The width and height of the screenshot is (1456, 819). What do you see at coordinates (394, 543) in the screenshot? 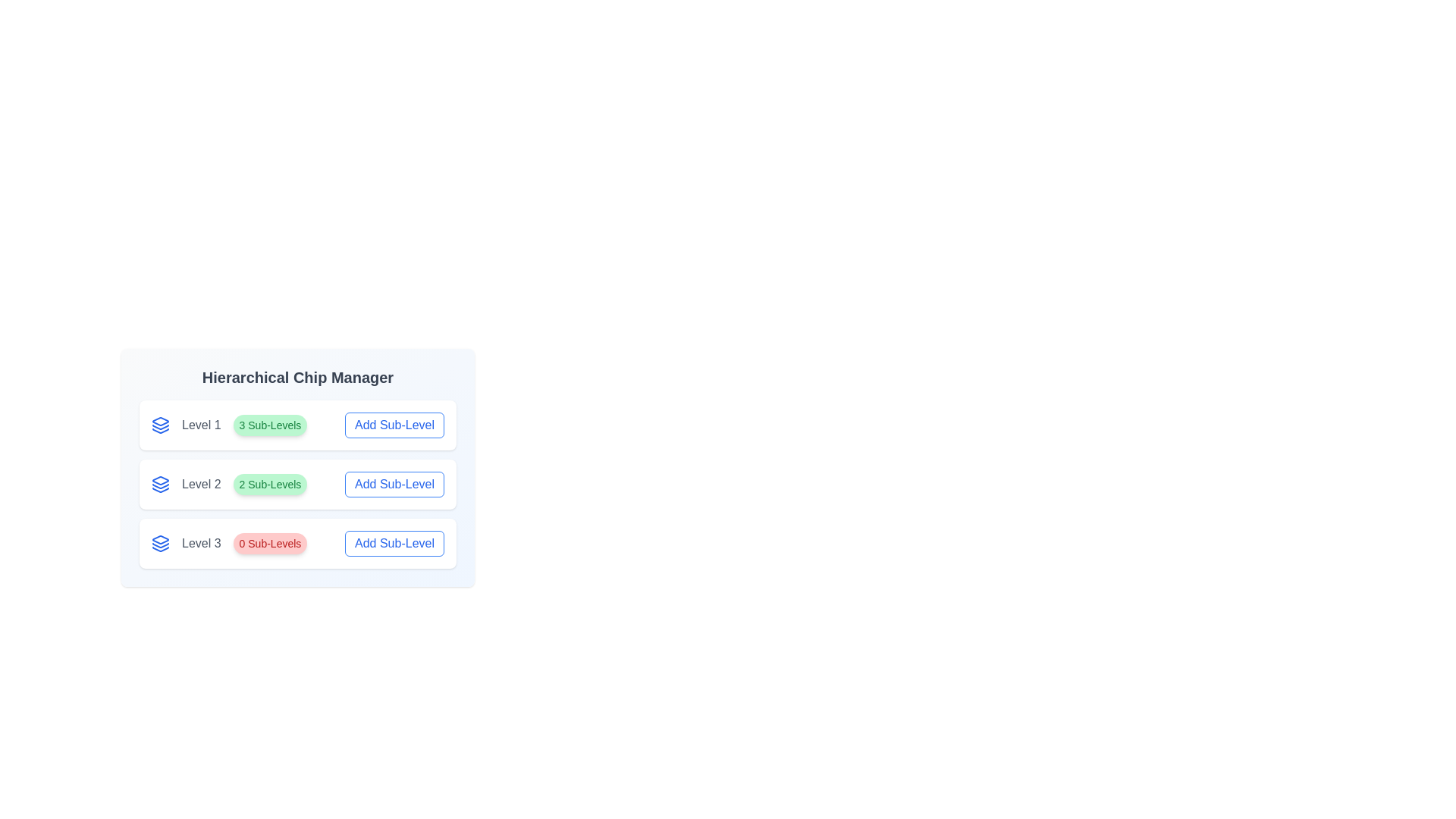
I see `the 'Add Sub-Level' button for Level 3` at bounding box center [394, 543].